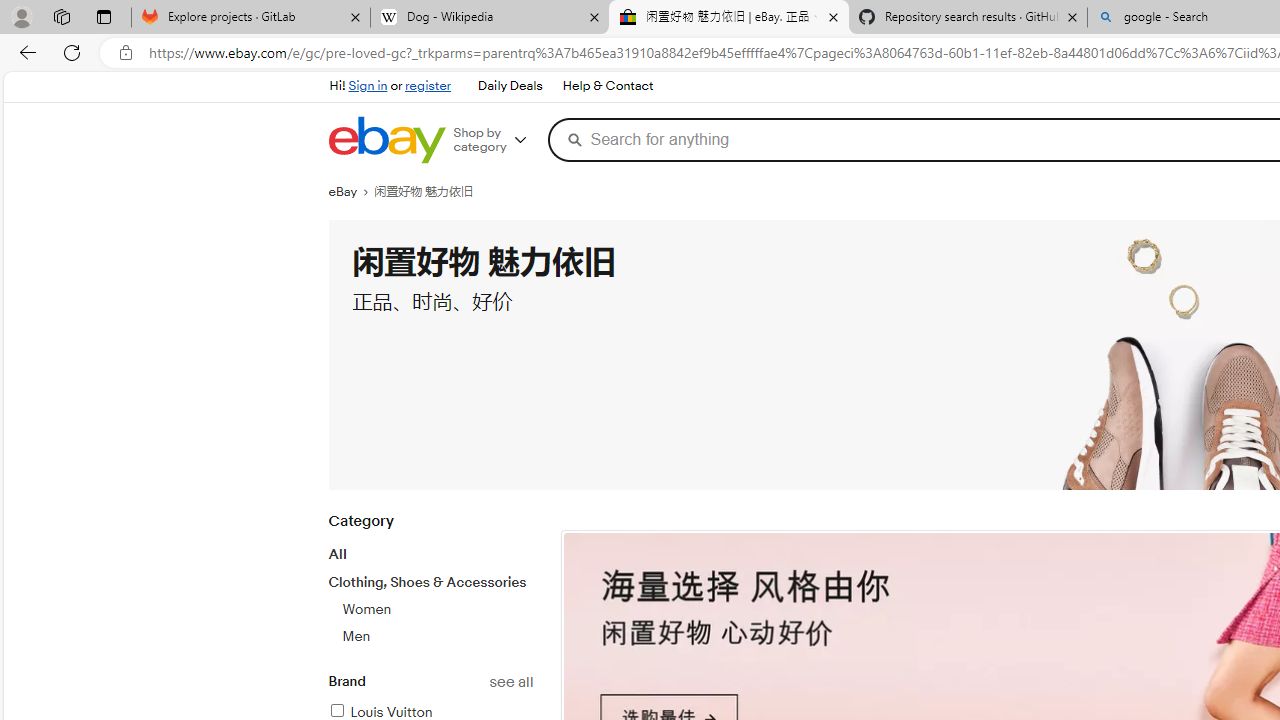  I want to click on 'Clothing, Shoes & AccessoriesWomenMen', so click(429, 608).